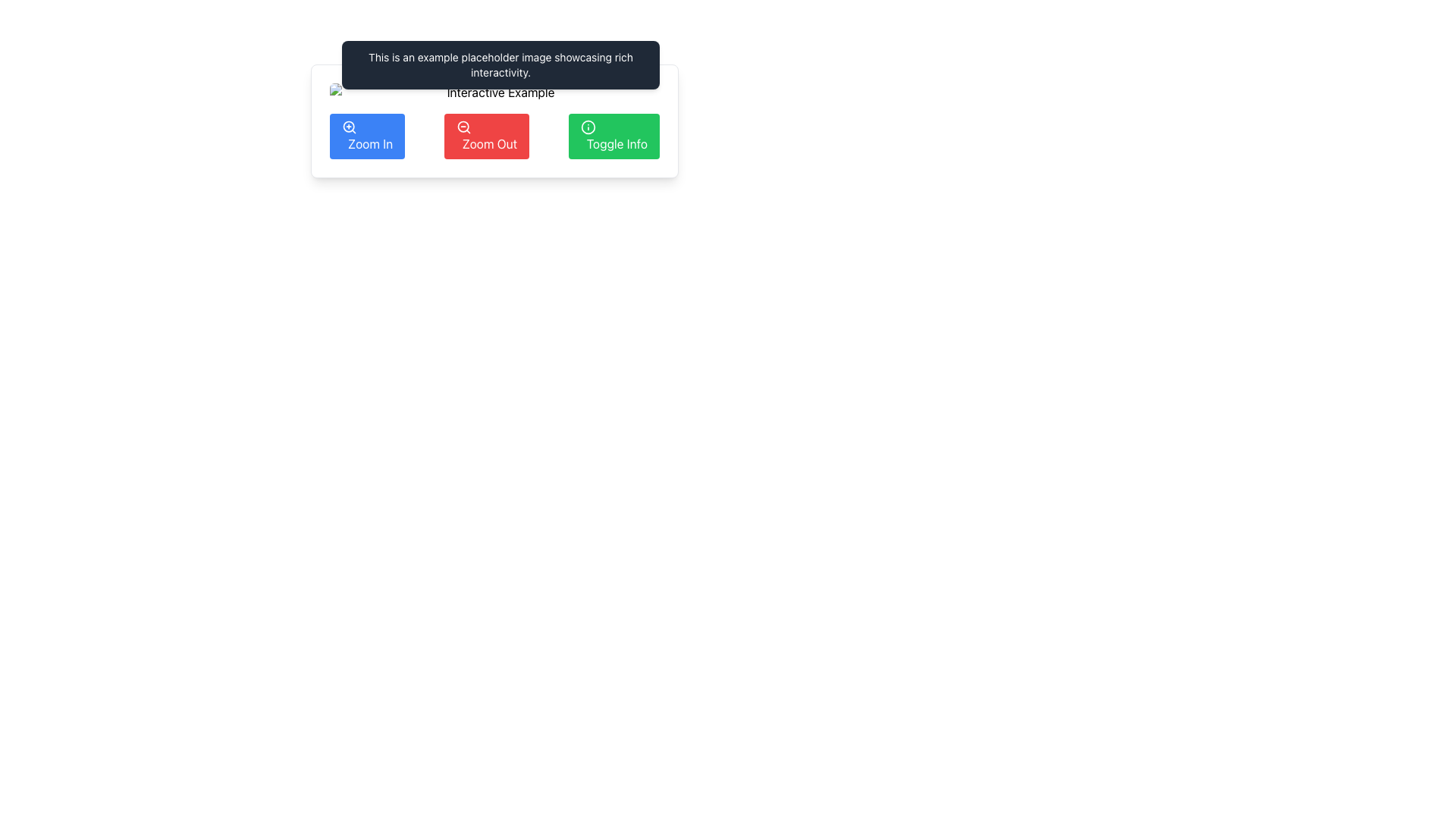 The image size is (1456, 819). Describe the element at coordinates (613, 136) in the screenshot. I see `the third button in a horizontal row of three buttons, located in the top-right corner` at that location.